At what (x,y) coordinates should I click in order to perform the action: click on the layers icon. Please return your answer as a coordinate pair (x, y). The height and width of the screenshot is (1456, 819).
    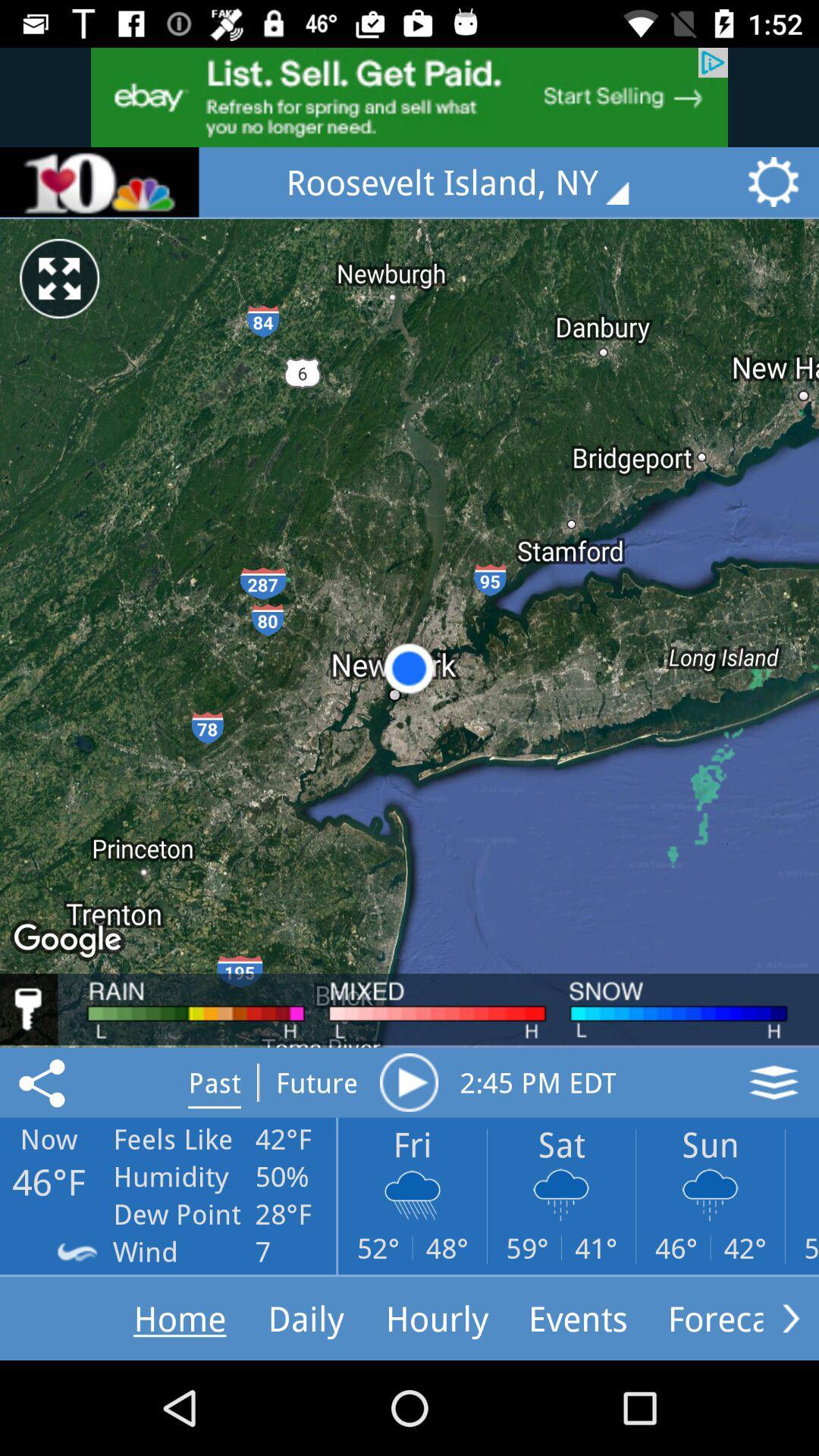
    Looking at the image, I should click on (773, 1081).